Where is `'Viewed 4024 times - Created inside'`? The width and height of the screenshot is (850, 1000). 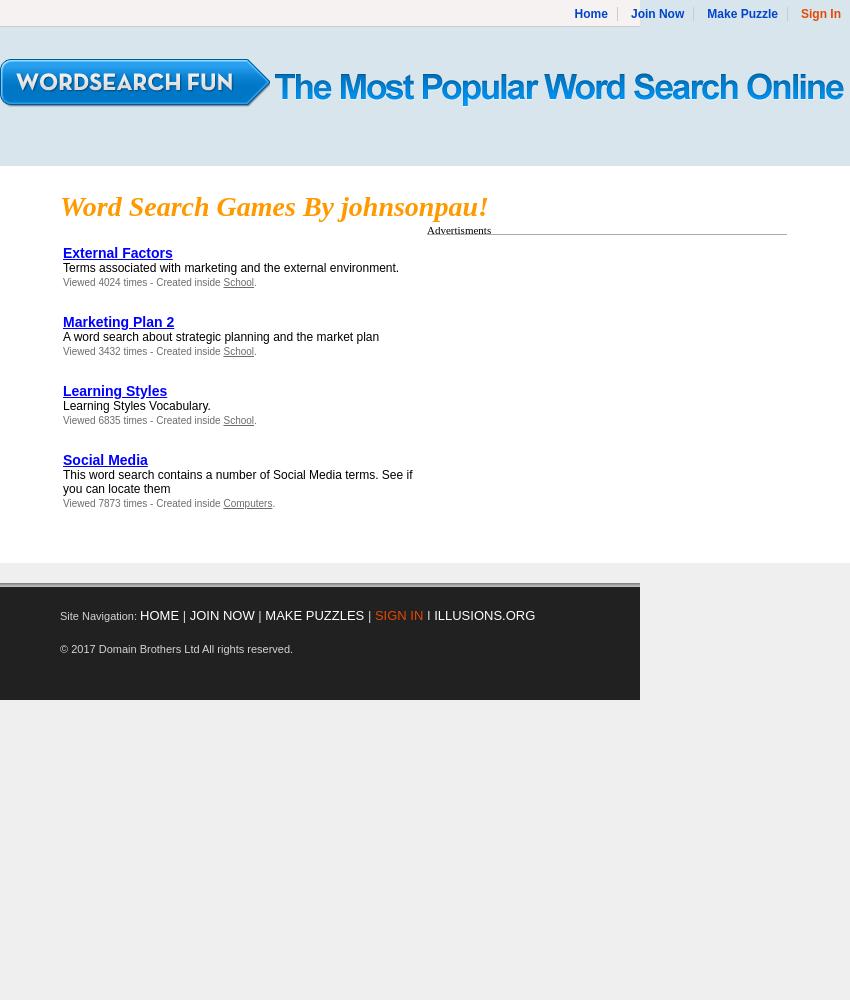
'Viewed 4024 times - Created inside' is located at coordinates (62, 282).